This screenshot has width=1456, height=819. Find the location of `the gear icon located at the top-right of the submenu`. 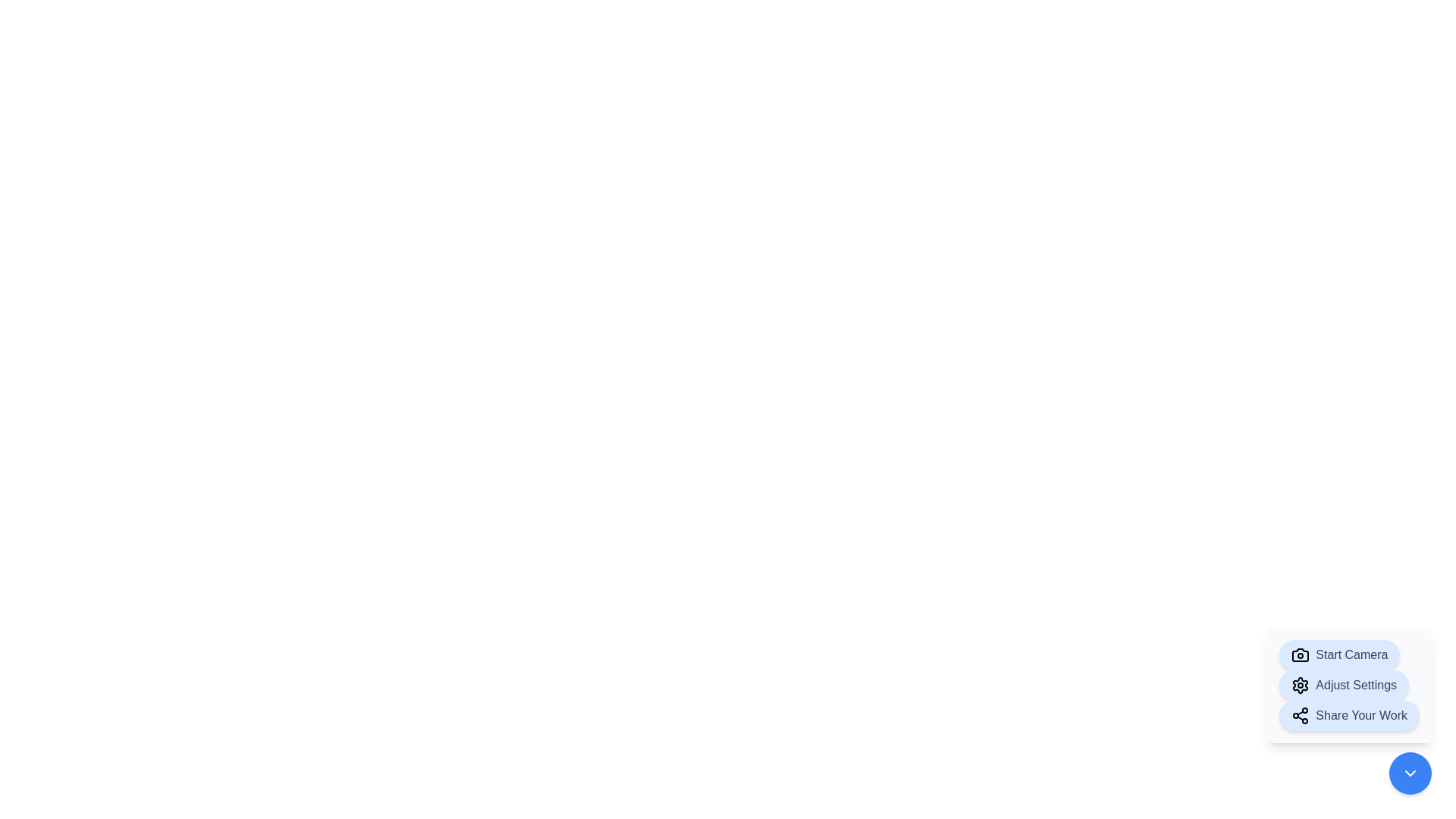

the gear icon located at the top-right of the submenu is located at coordinates (1300, 685).